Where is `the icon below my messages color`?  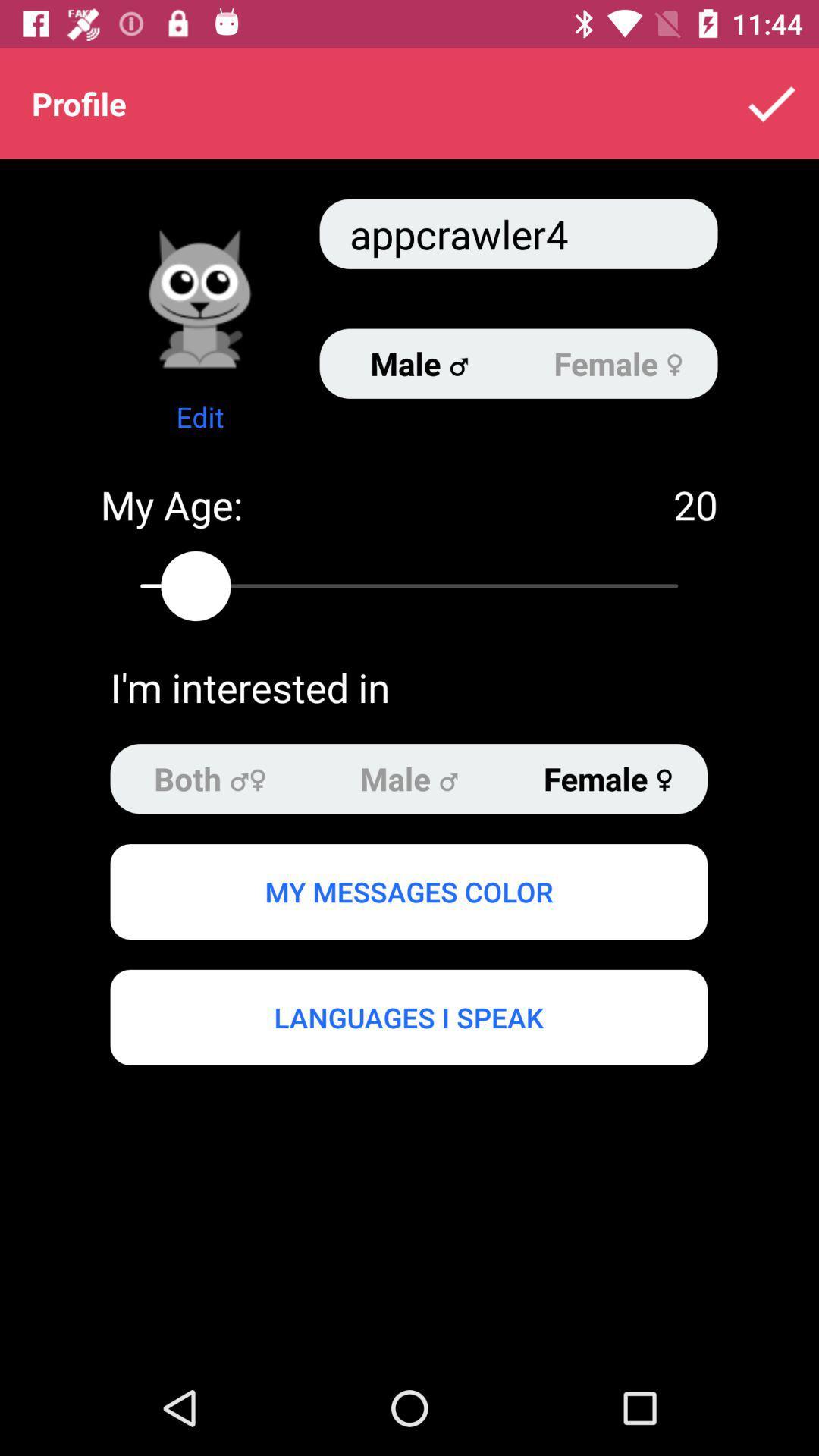 the icon below my messages color is located at coordinates (408, 1017).